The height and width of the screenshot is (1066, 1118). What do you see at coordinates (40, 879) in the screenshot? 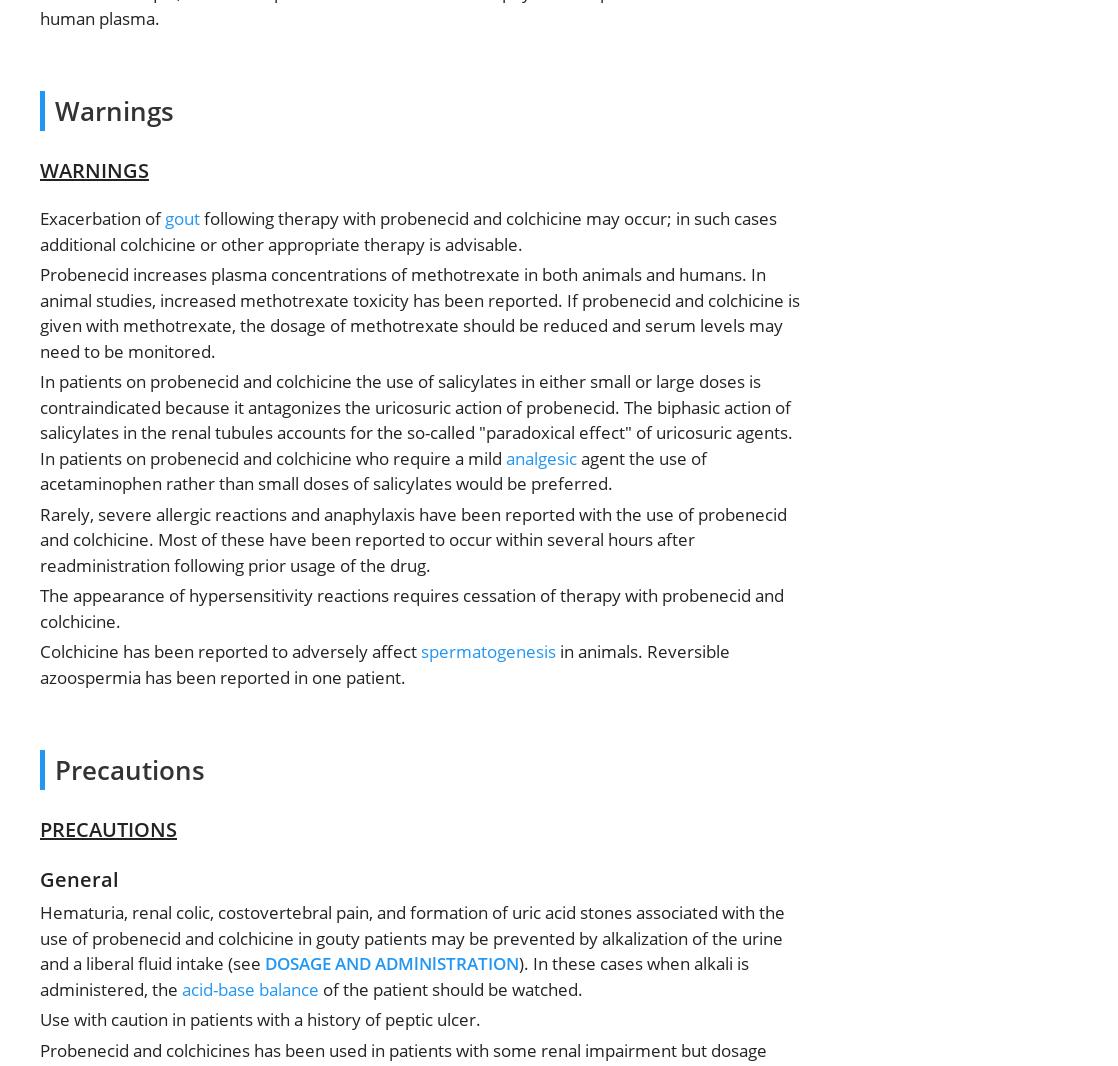
I see `'General'` at bounding box center [40, 879].